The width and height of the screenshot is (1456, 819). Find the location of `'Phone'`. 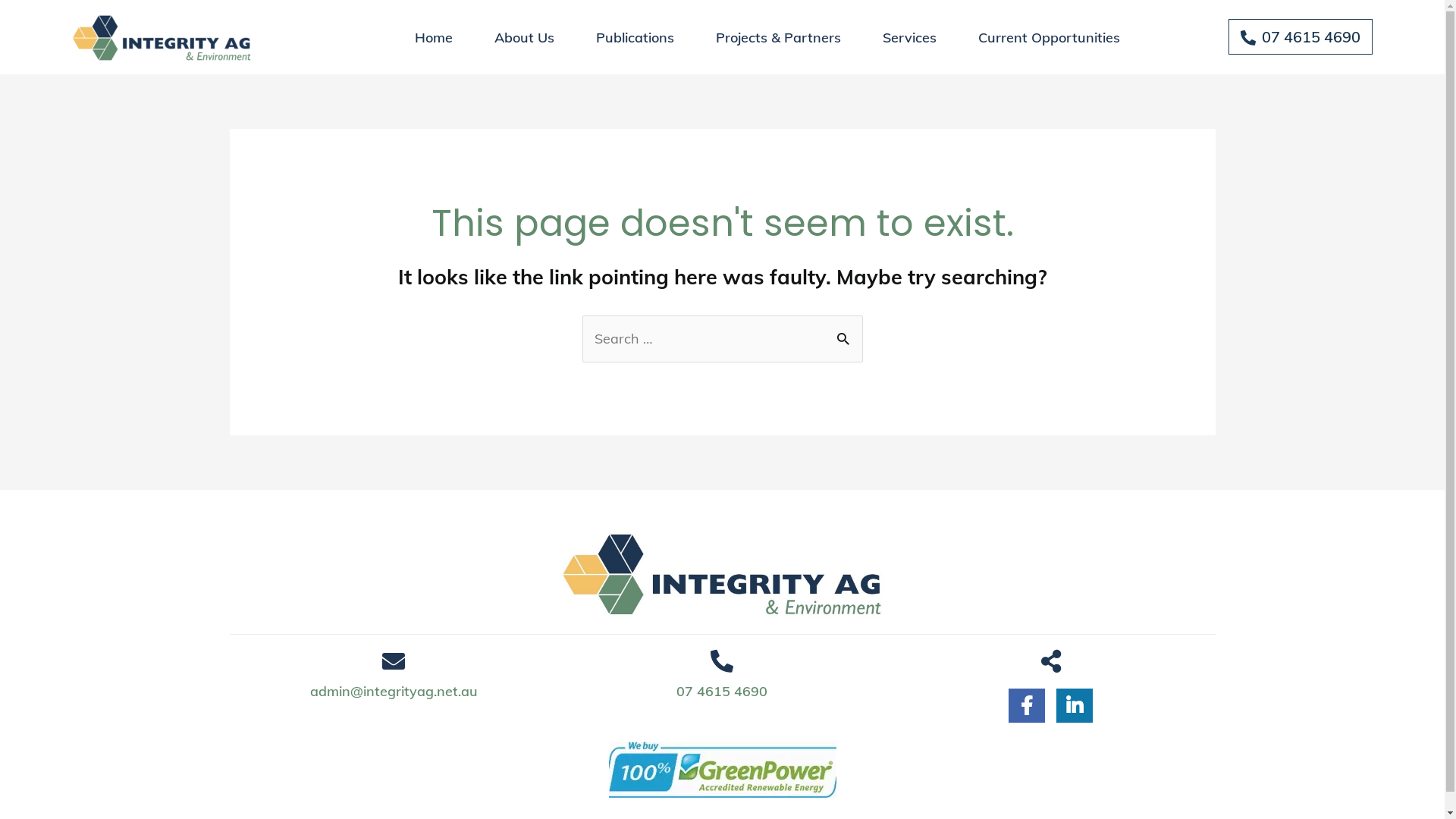

'Phone' is located at coordinates (720, 660).